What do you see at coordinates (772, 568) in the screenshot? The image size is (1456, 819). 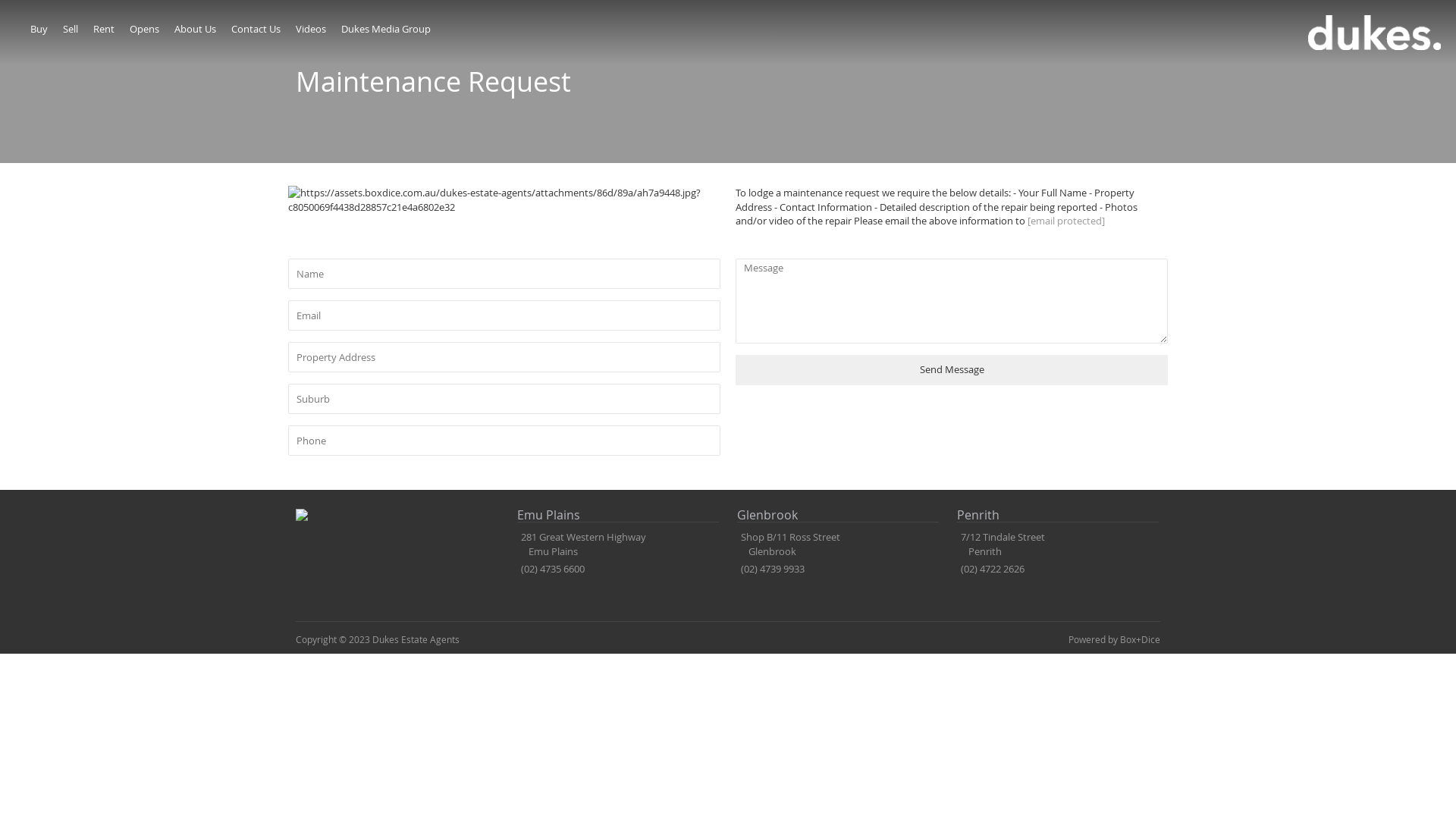 I see `'(02) 4739 9933'` at bounding box center [772, 568].